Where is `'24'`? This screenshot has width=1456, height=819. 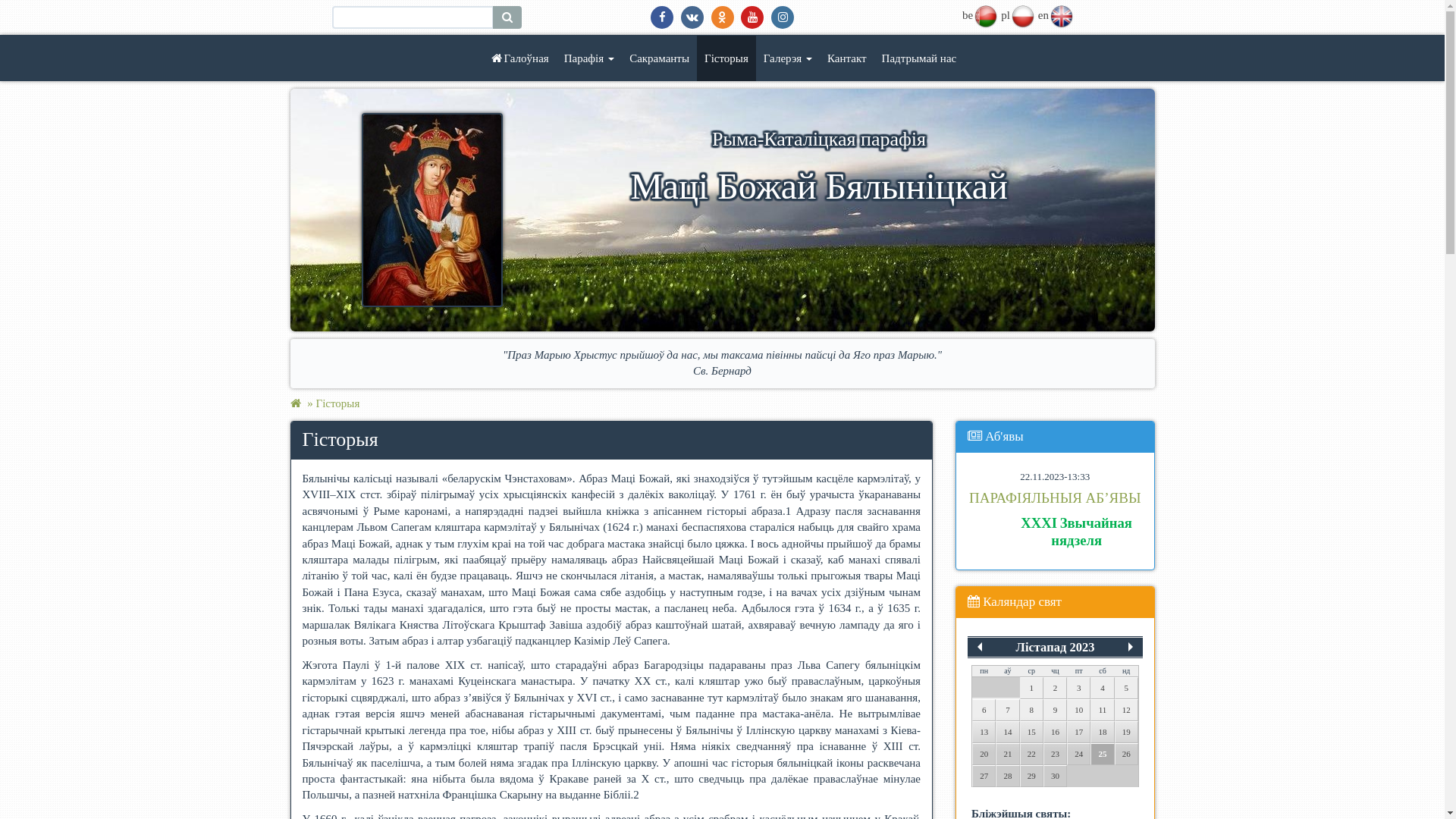 '24' is located at coordinates (1078, 754).